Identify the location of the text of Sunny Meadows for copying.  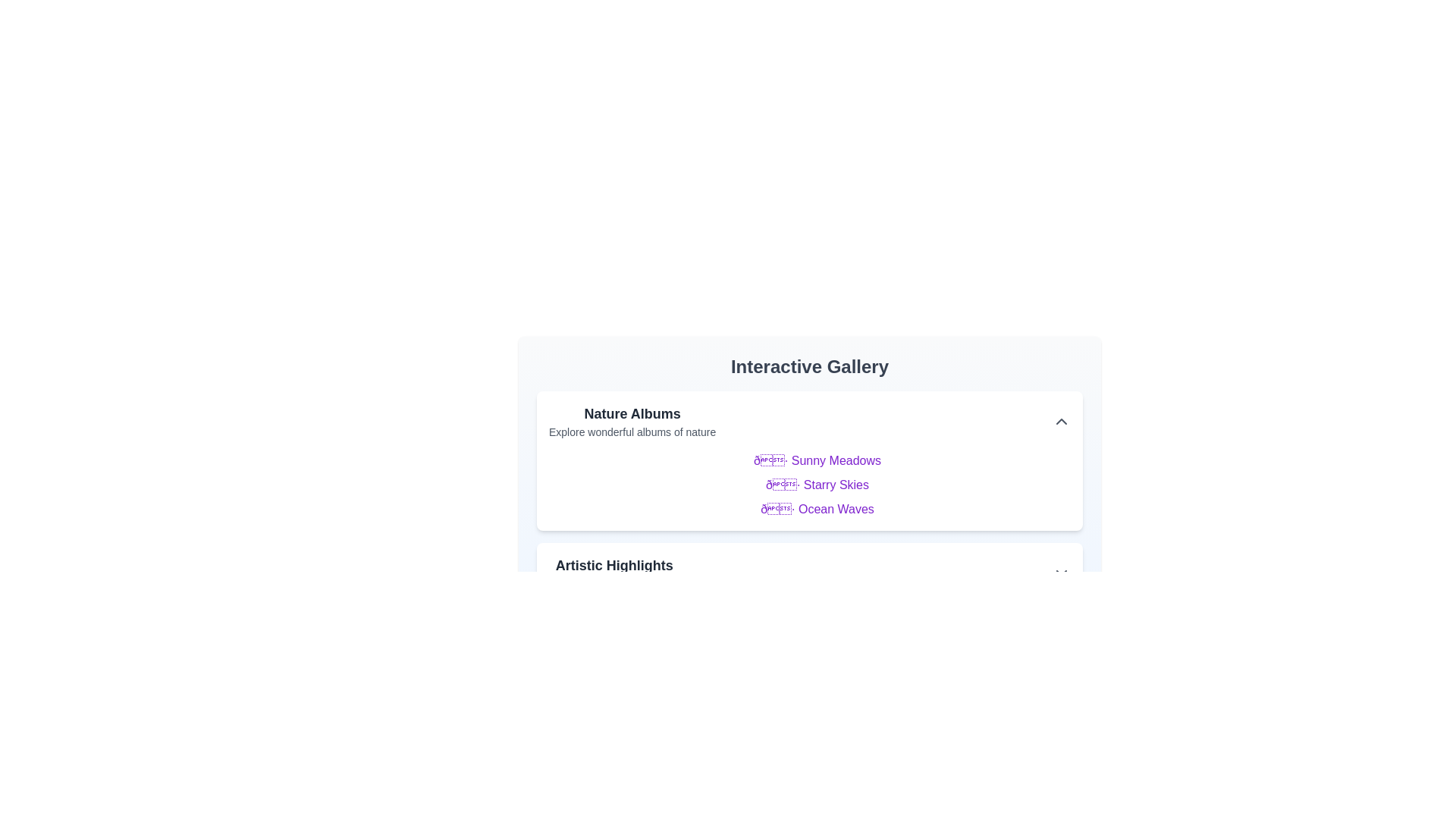
(817, 460).